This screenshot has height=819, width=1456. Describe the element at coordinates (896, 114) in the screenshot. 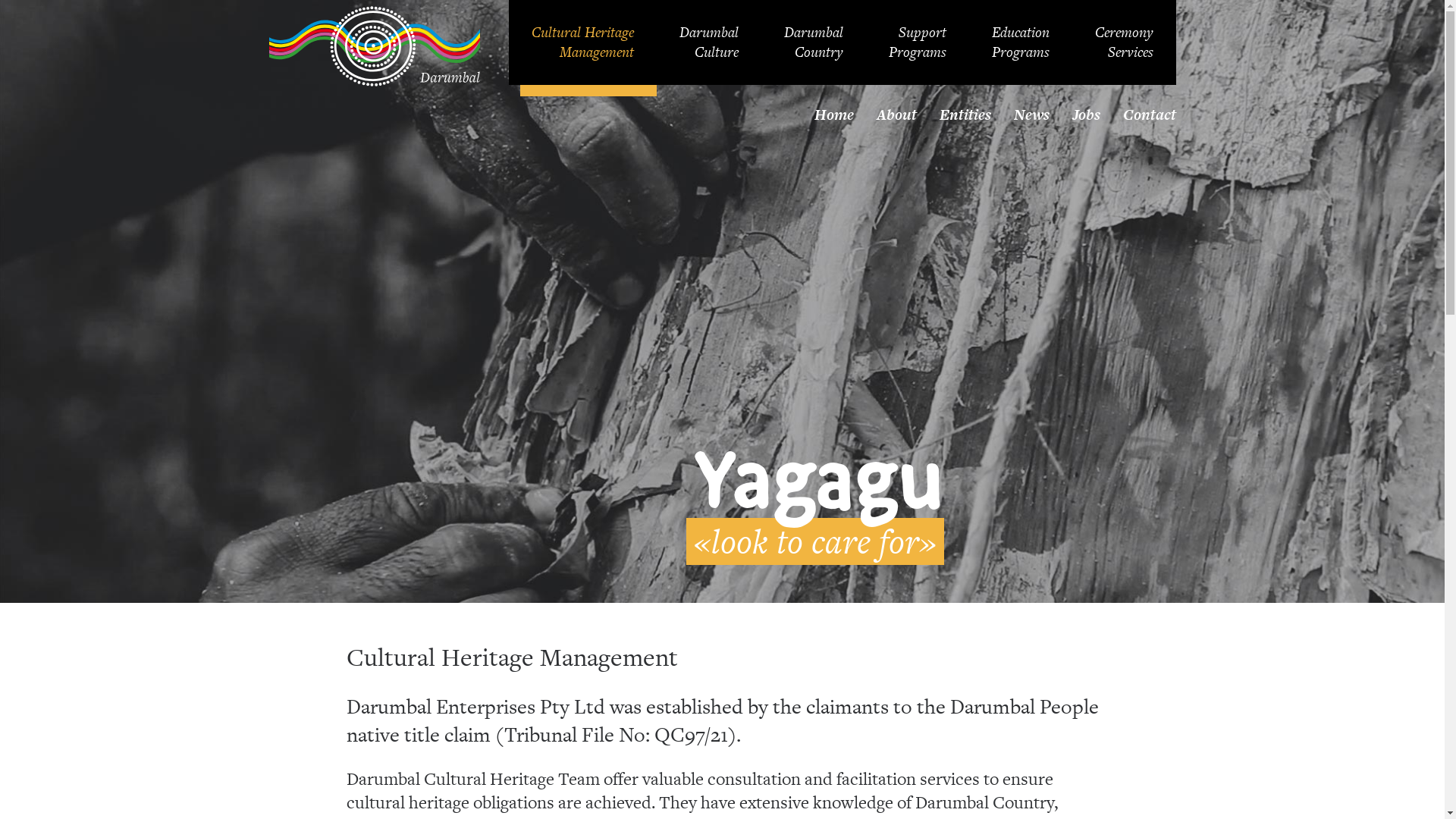

I see `'About'` at that location.